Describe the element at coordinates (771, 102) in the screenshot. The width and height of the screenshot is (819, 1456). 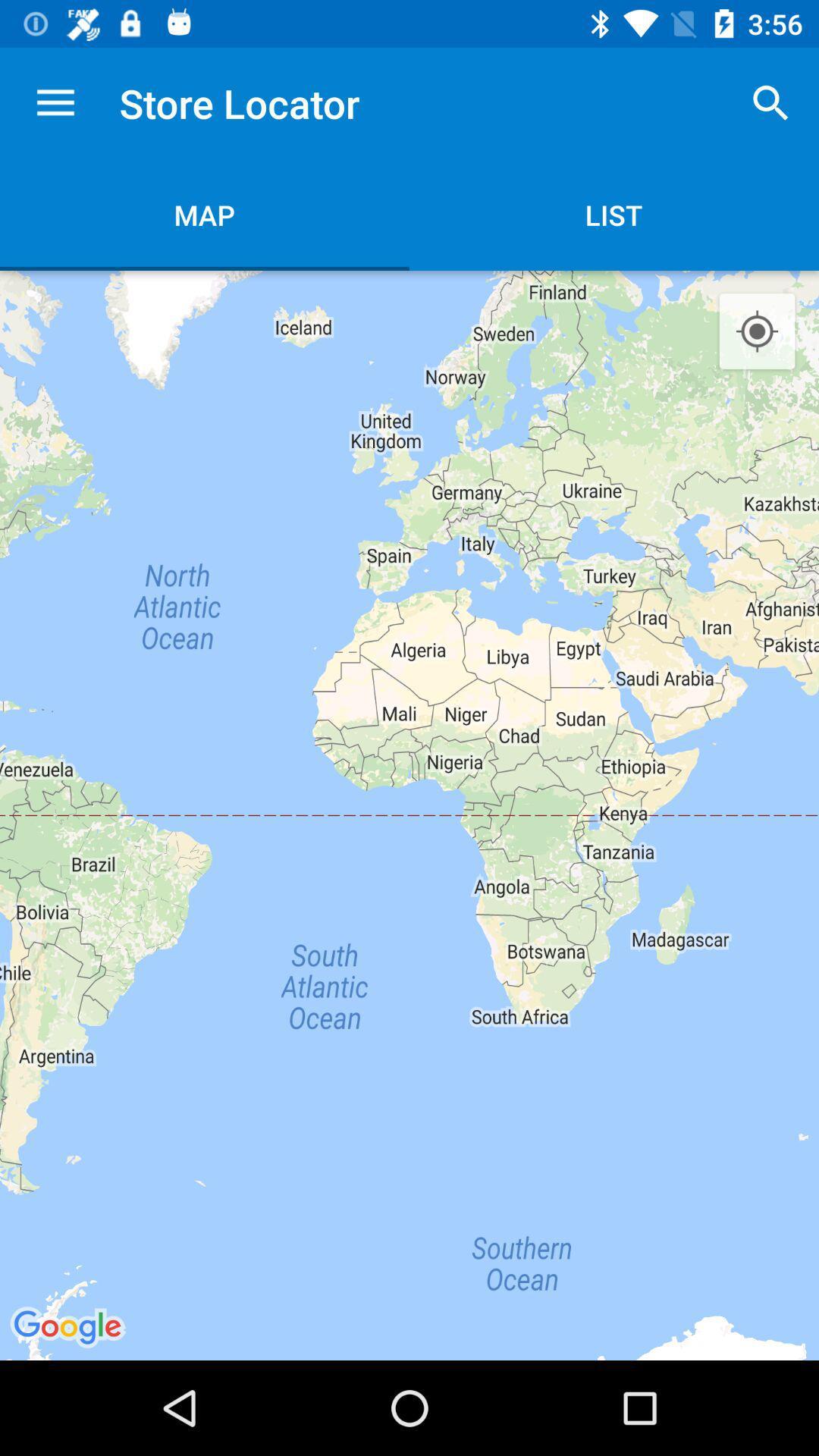
I see `the icon next to the store locator icon` at that location.